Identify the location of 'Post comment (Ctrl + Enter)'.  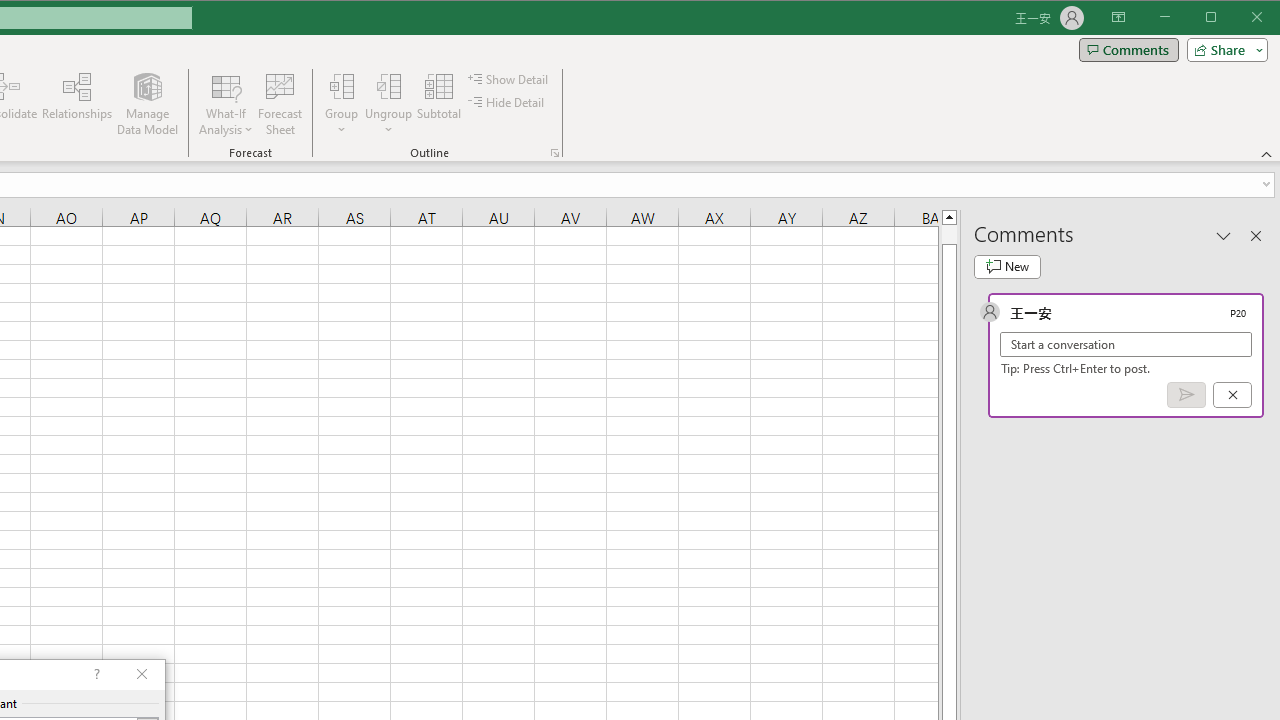
(1186, 395).